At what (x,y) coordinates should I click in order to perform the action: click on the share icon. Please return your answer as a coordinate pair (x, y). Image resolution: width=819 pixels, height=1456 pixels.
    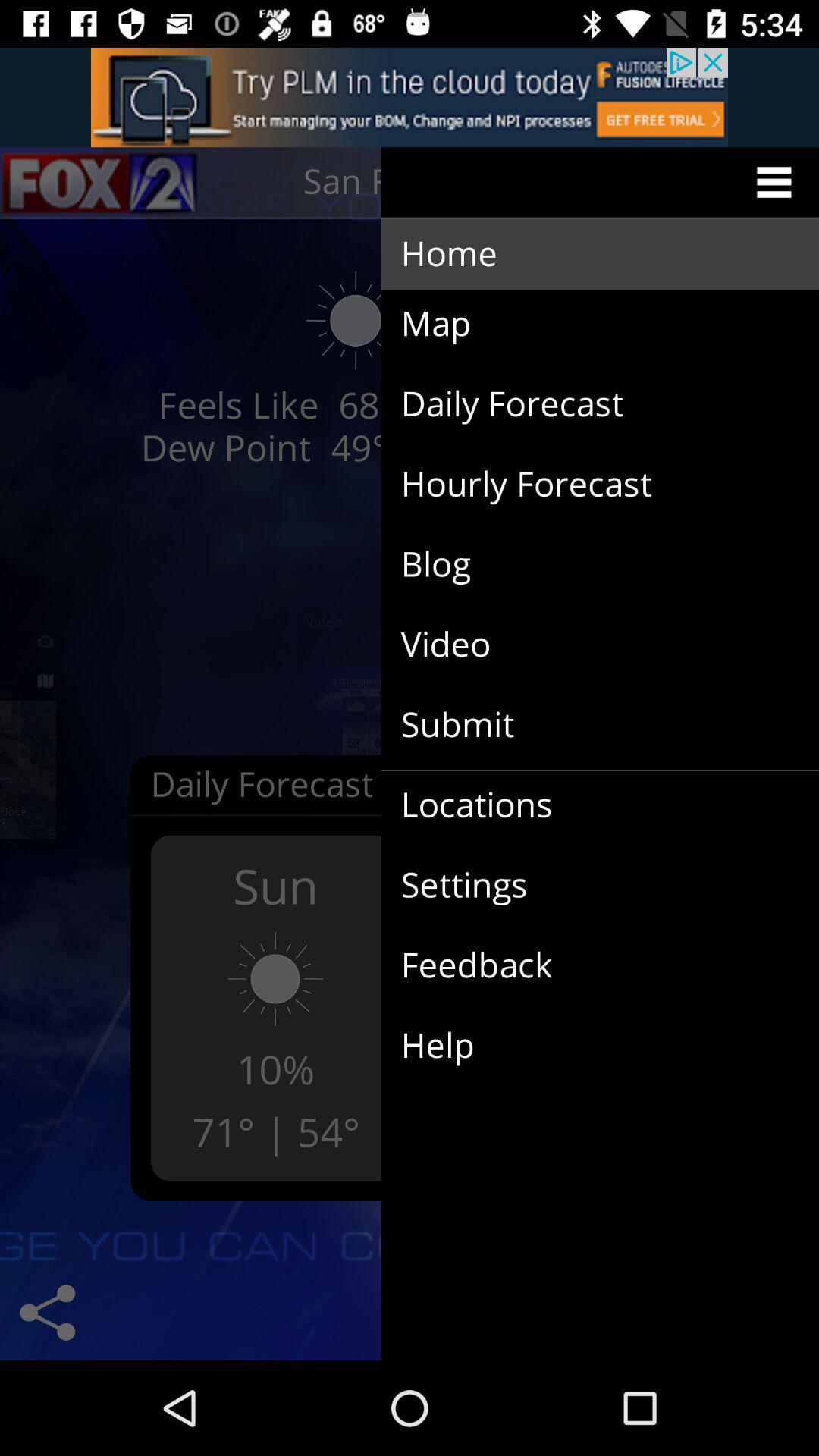
    Looking at the image, I should click on (46, 1312).